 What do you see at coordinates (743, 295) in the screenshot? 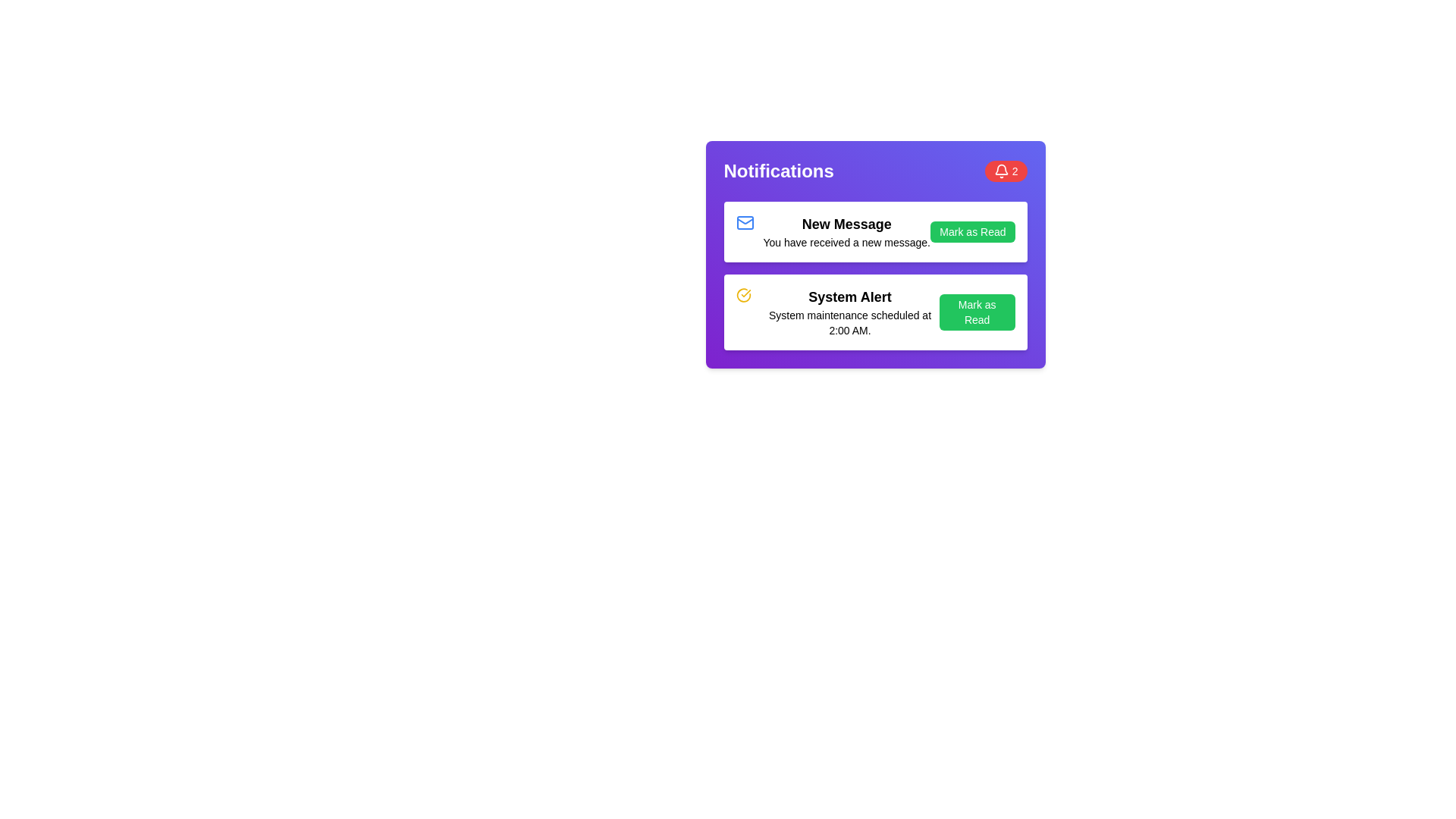
I see `the circular static icon with a yellow outline and checkmark in the center, located at the beginning of the 'System Alert' notification row` at bounding box center [743, 295].